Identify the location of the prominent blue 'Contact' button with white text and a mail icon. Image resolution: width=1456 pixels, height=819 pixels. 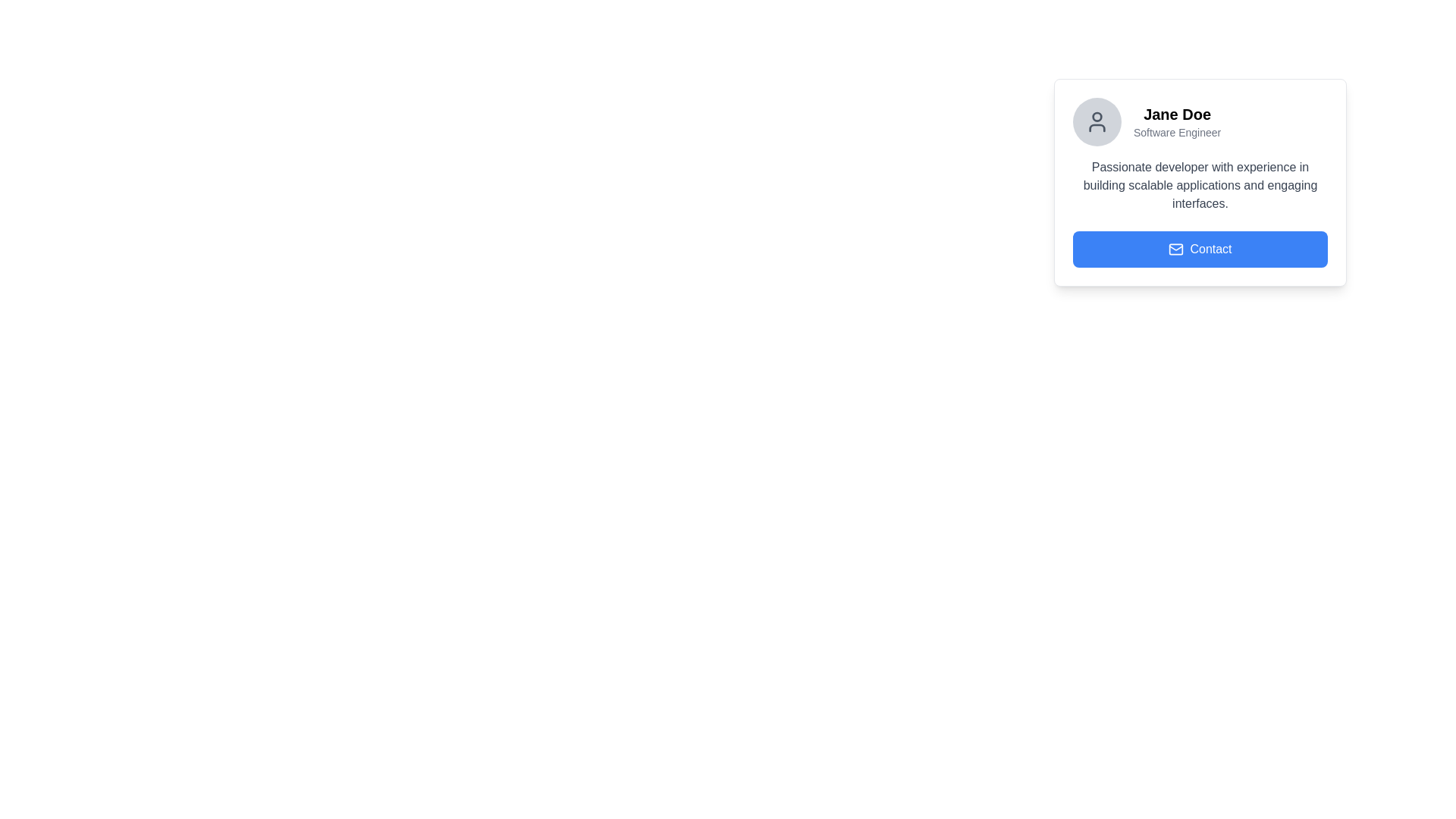
(1200, 248).